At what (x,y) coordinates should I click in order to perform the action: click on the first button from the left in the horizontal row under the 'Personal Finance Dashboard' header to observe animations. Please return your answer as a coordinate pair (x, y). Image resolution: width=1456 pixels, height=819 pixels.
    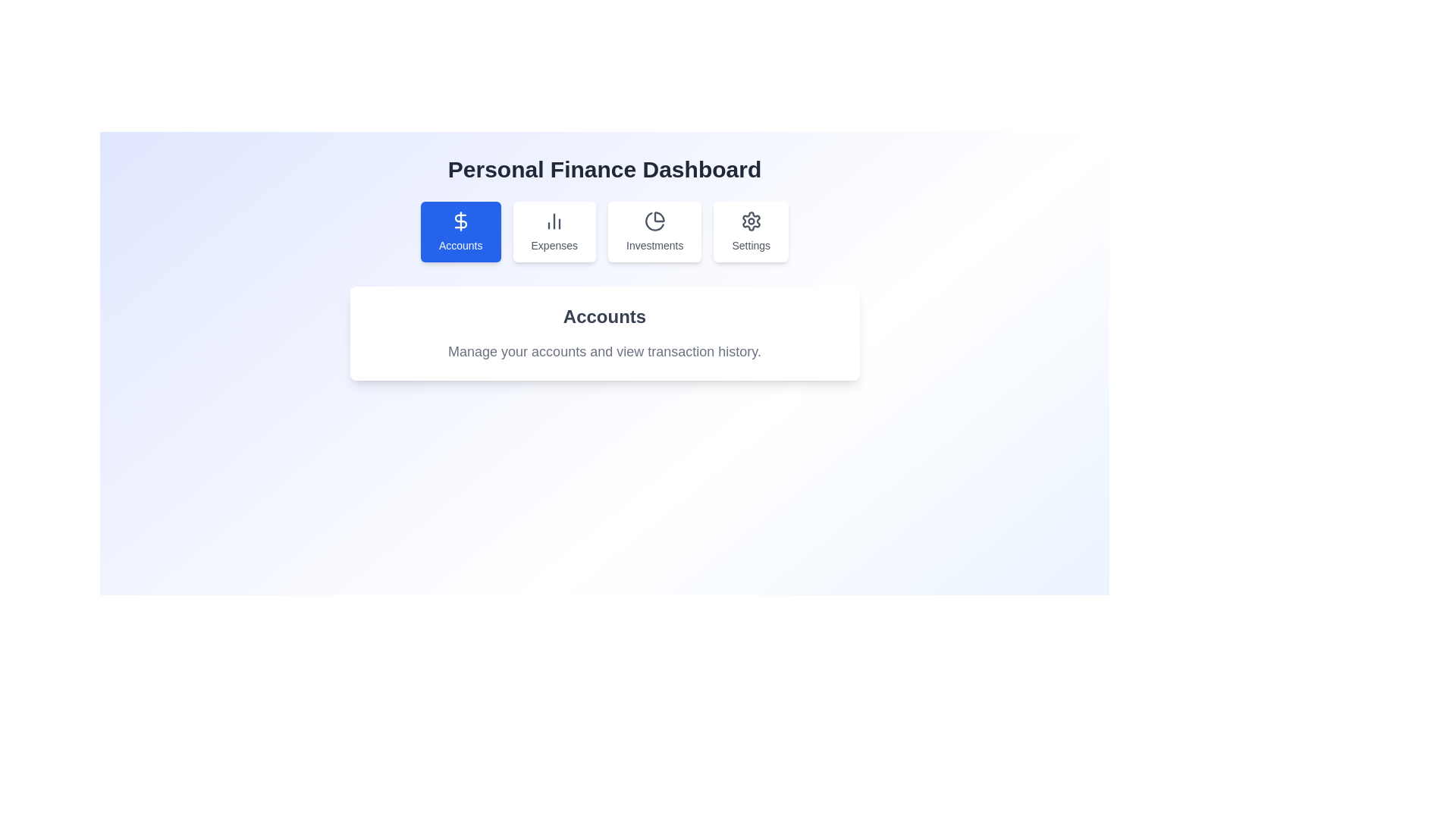
    Looking at the image, I should click on (460, 231).